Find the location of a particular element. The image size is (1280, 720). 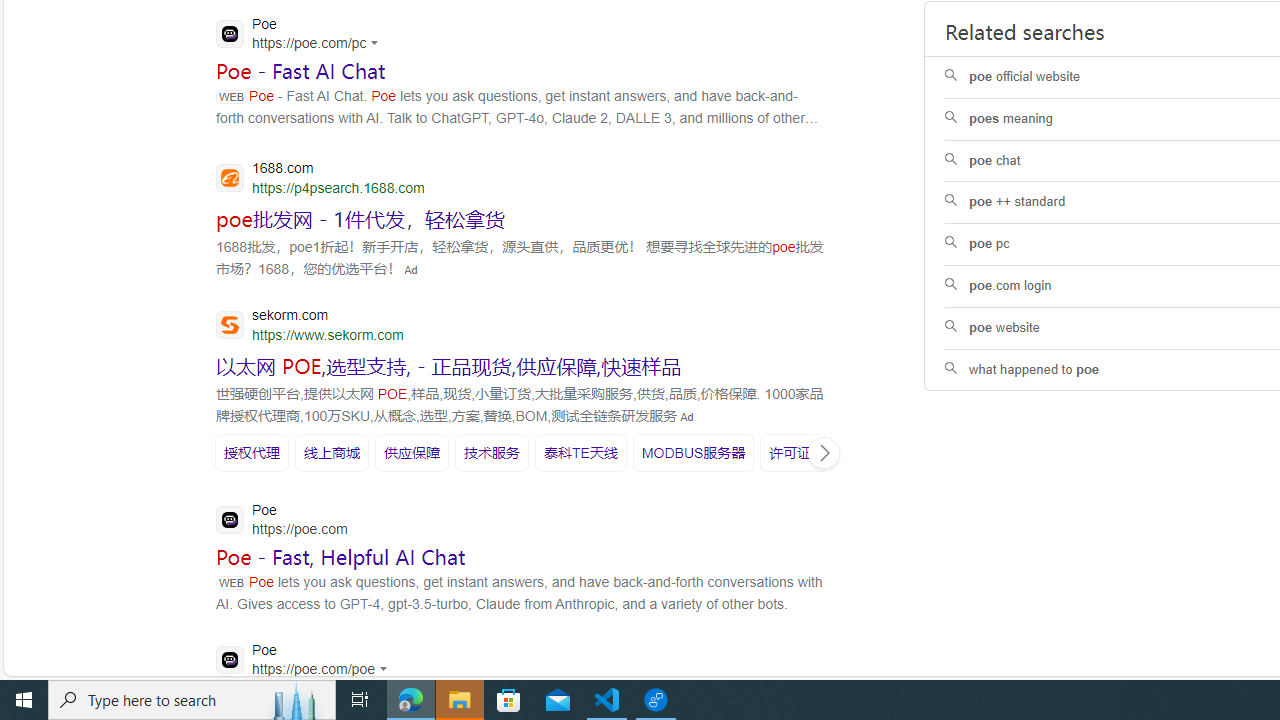

'SERP,5595' is located at coordinates (251, 452).